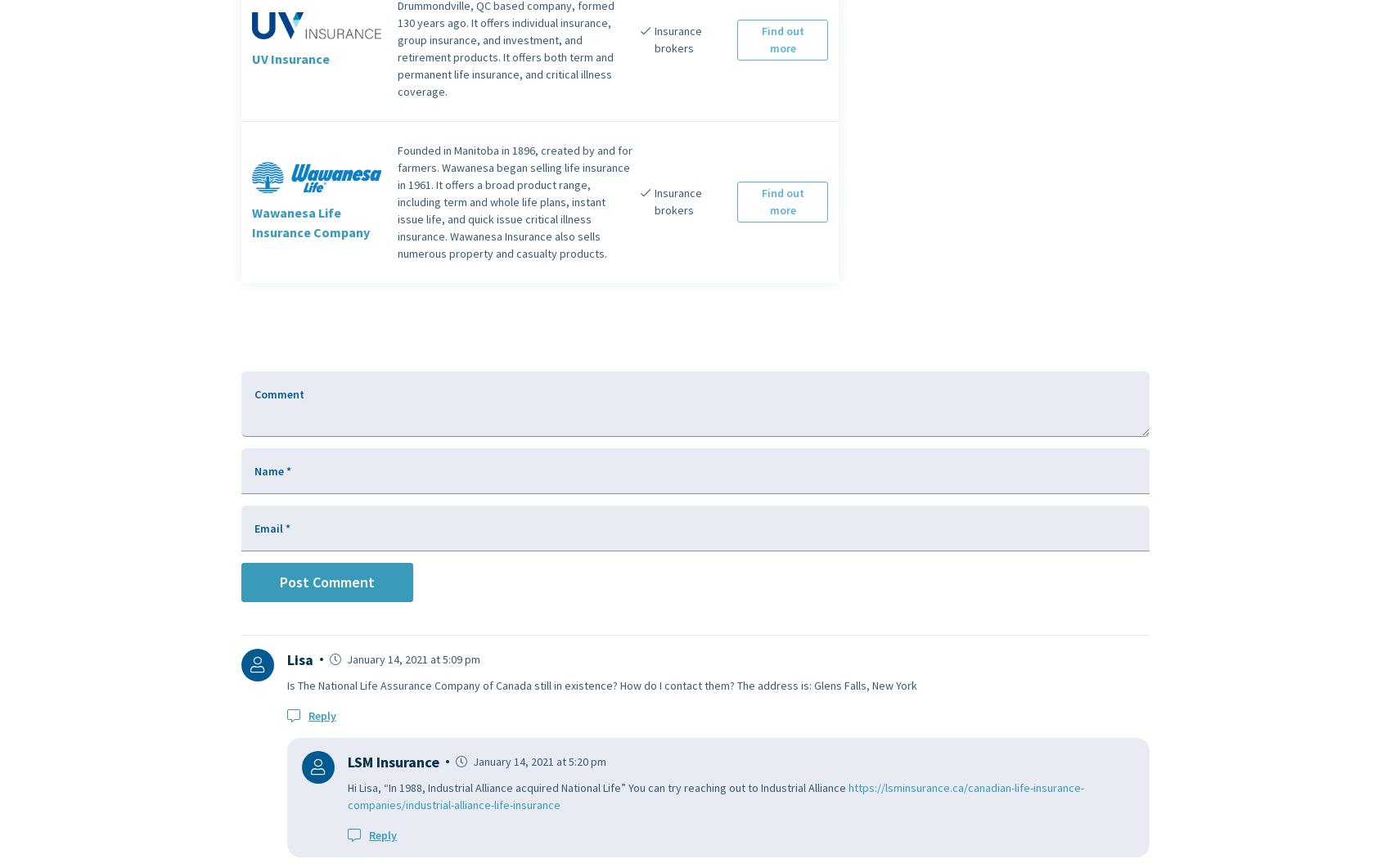  What do you see at coordinates (278, 393) in the screenshot?
I see `'Comment'` at bounding box center [278, 393].